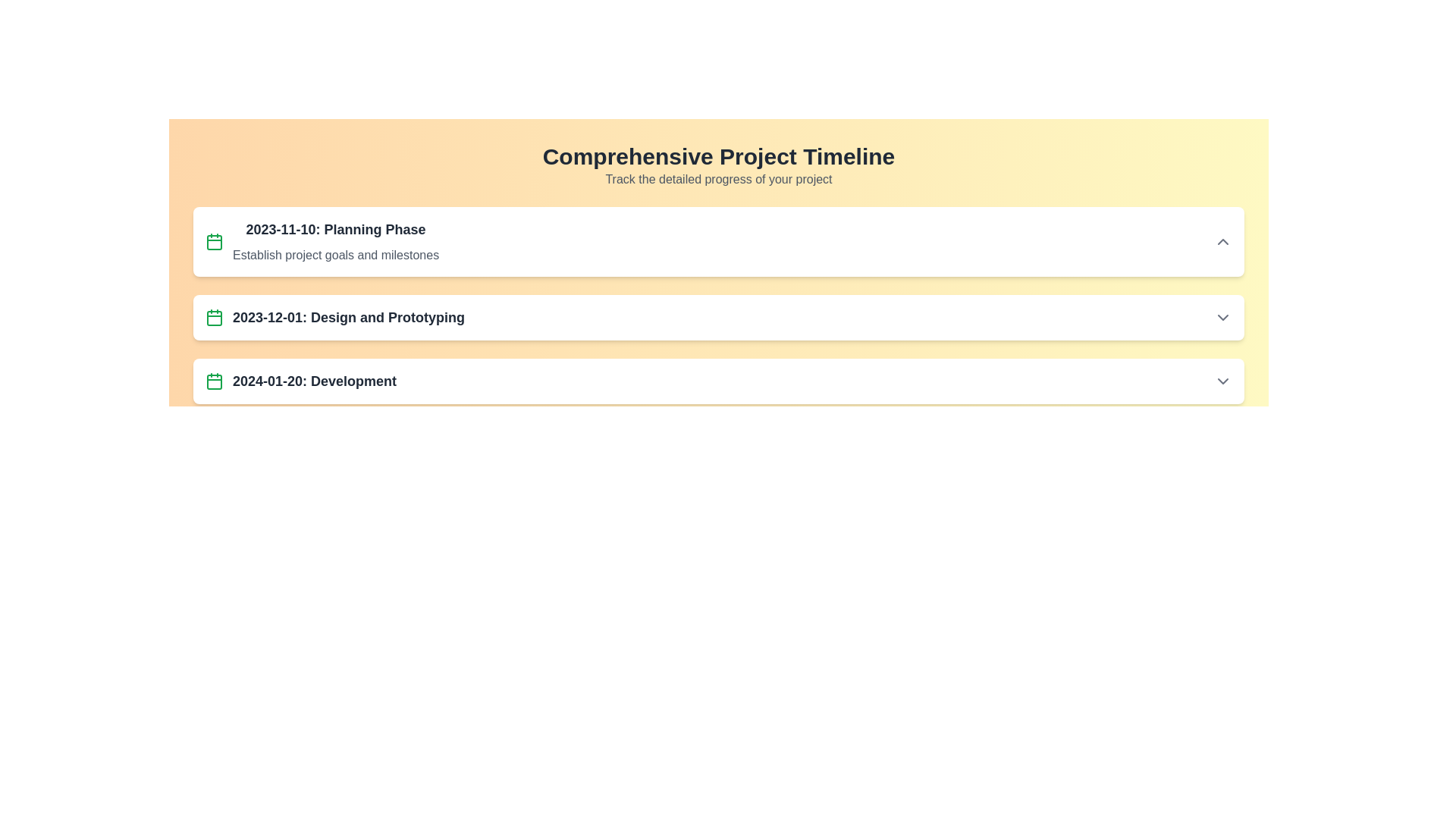 The height and width of the screenshot is (819, 1456). I want to click on the text heading 'Comprehensive Project Timeline', which is prominently displayed in bold, dark gray font at the top of the interface, so click(718, 157).